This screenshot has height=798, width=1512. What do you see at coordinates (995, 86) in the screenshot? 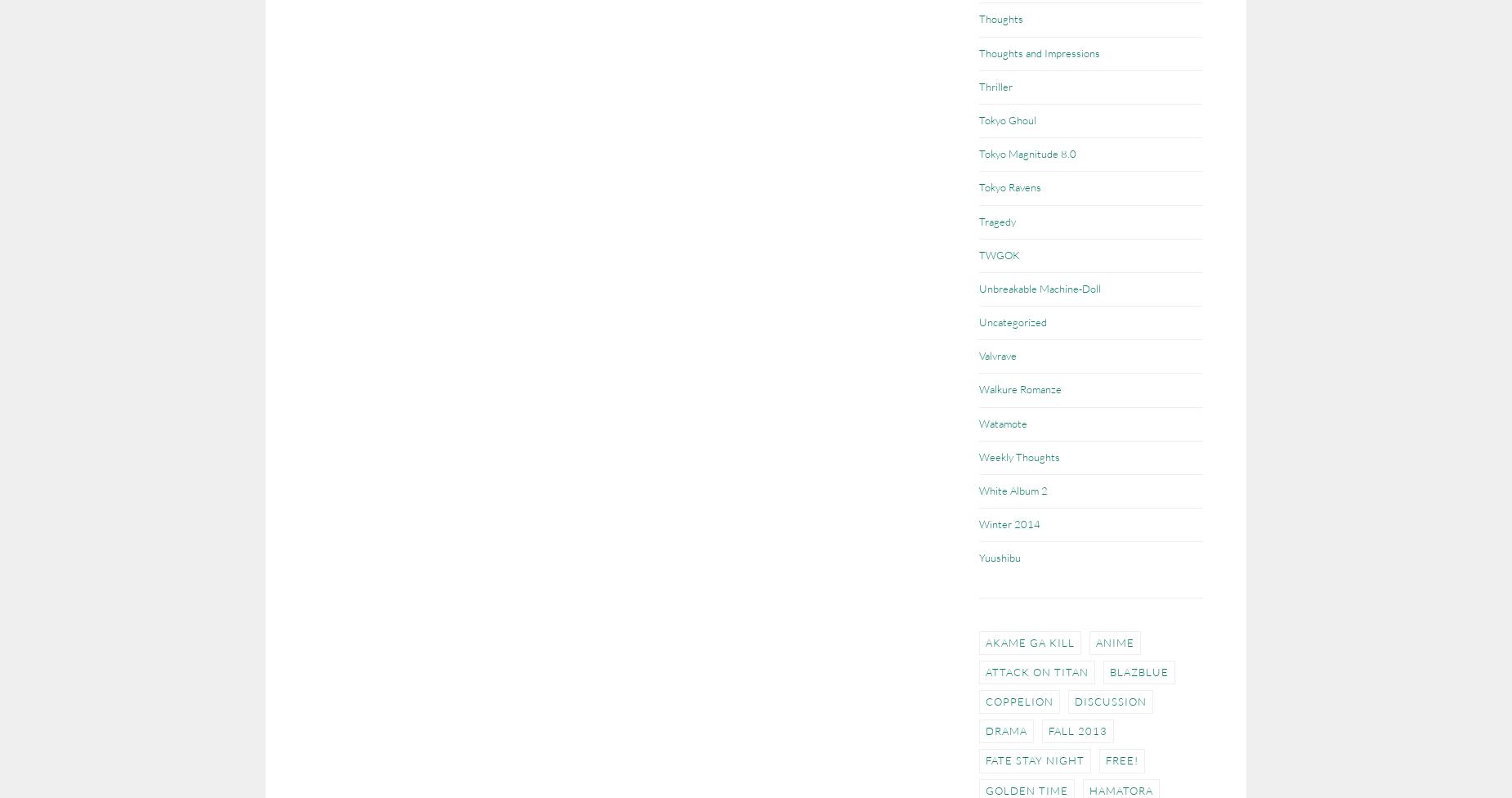
I see `'Thriller'` at bounding box center [995, 86].